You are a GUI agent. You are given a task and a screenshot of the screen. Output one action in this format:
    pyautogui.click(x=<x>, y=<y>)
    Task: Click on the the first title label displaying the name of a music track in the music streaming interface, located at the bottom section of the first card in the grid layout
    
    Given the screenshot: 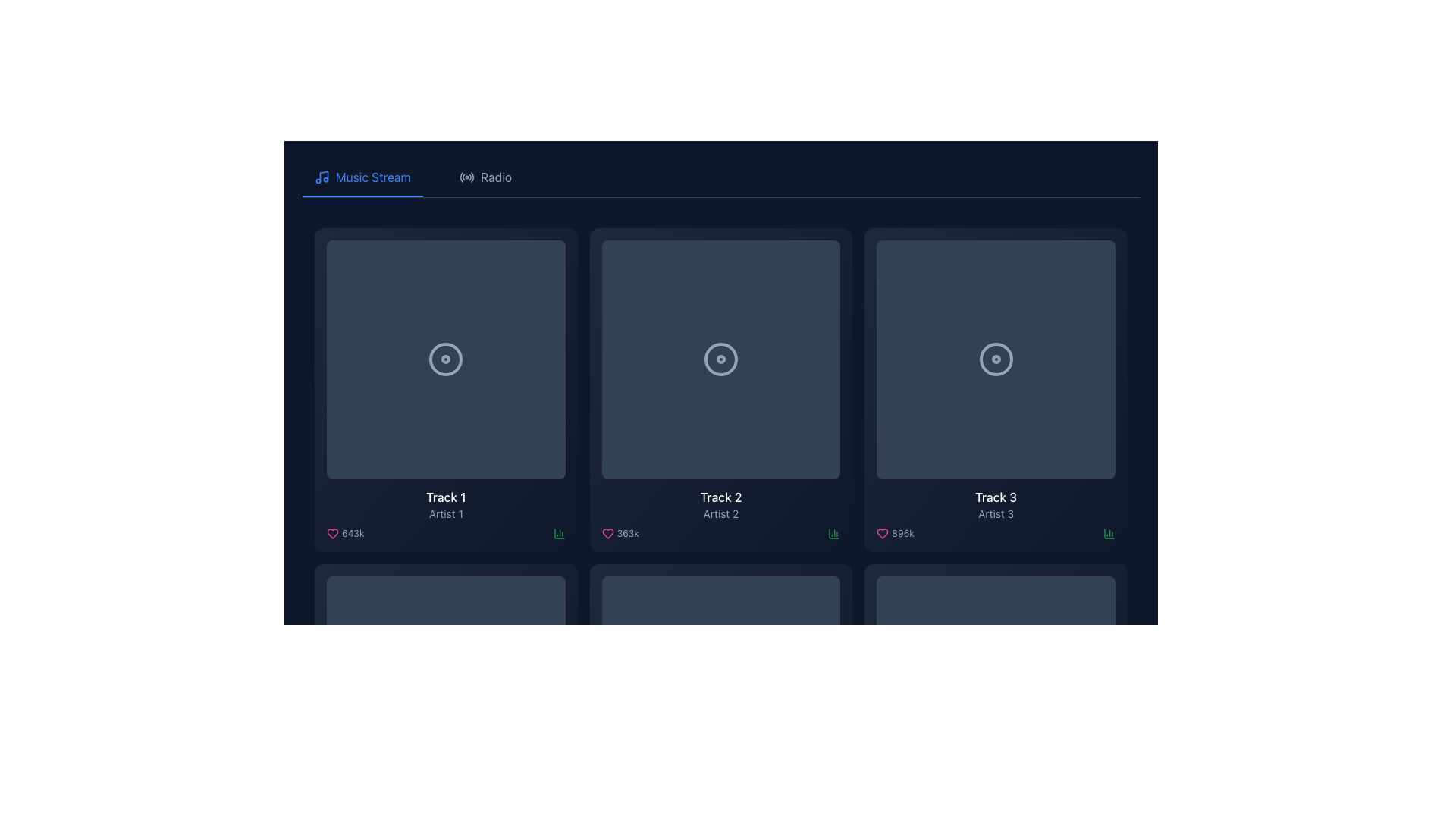 What is the action you would take?
    pyautogui.click(x=445, y=497)
    